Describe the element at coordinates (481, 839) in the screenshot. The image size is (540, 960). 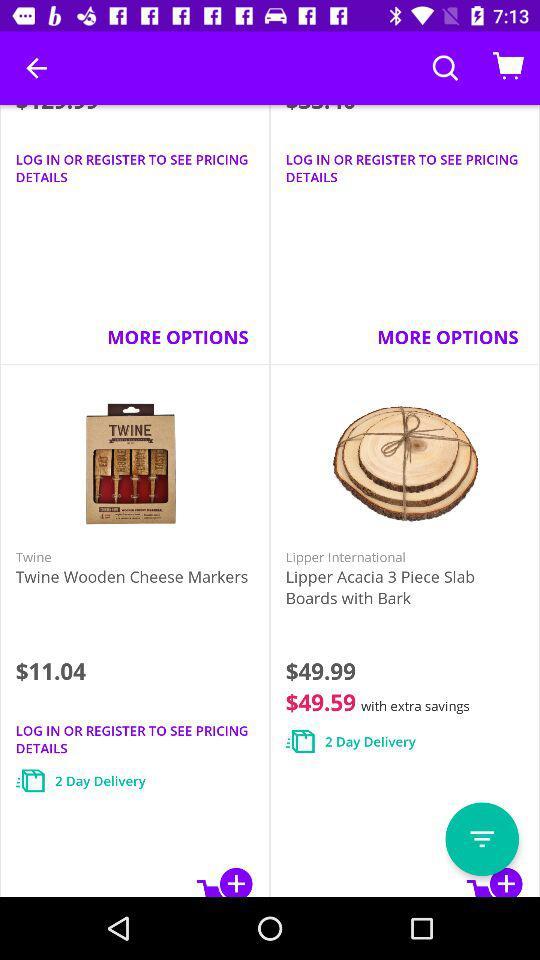
I see `the filter icon to the bottom right corner` at that location.